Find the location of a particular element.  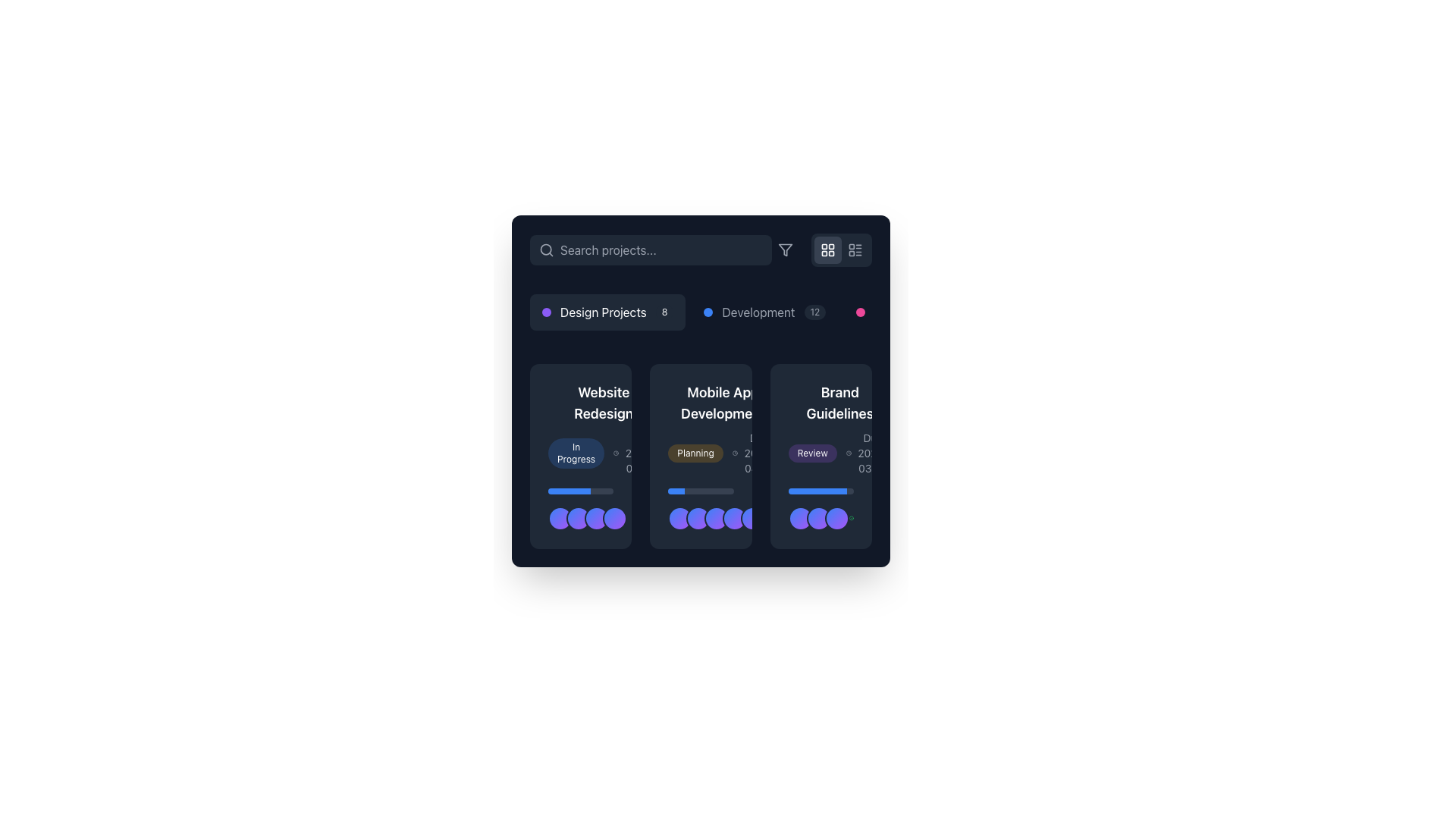

the 'Development' static text label, which is centrally positioned among its siblings, located to the right of a small circular indicator dot and to the left of another text element with the number '12' is located at coordinates (758, 312).